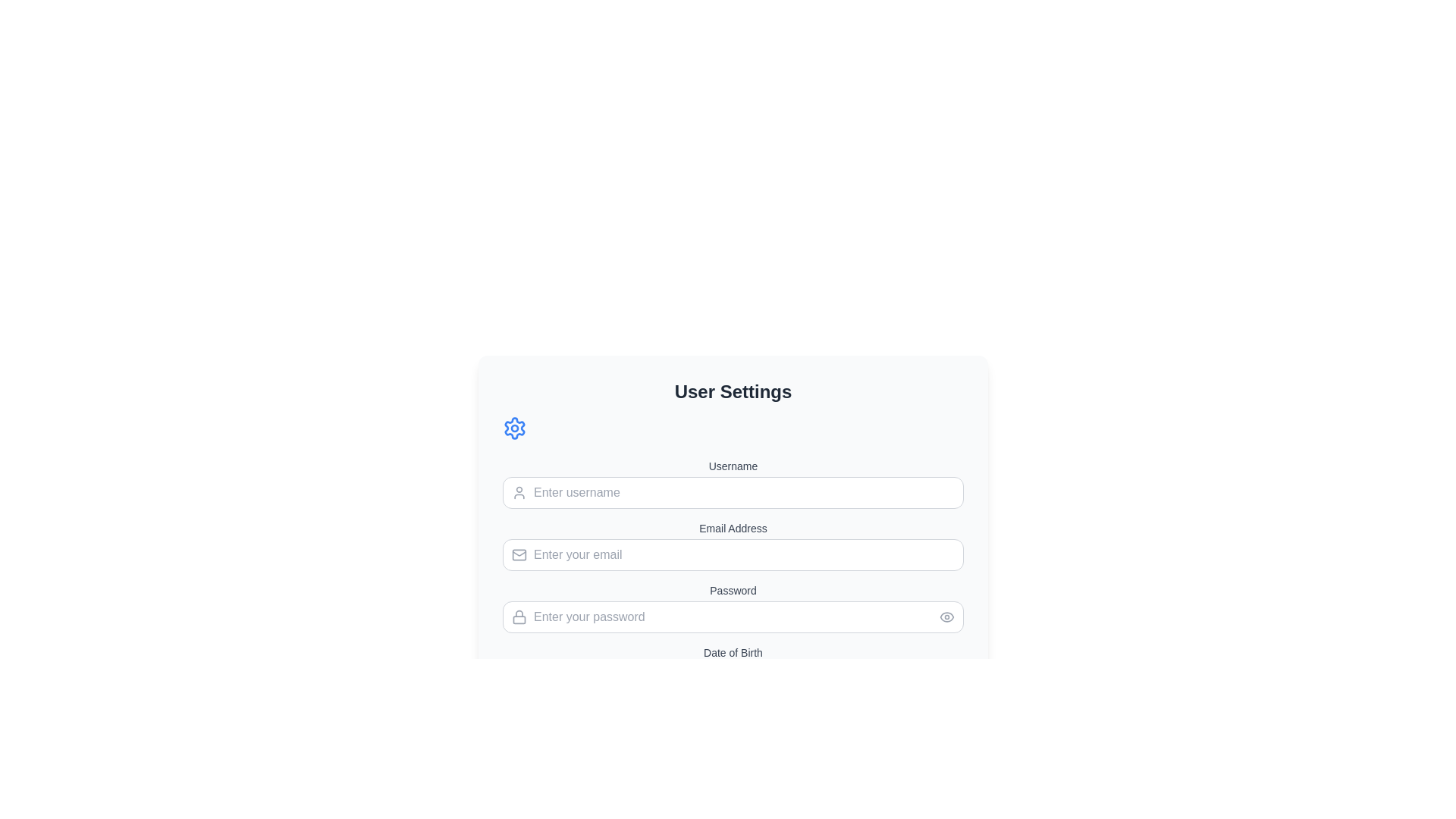 The width and height of the screenshot is (1456, 819). I want to click on the envelope icon, which is styled in minimal line-art with a grey stroke, located to the left inside the email input field, so click(519, 555).